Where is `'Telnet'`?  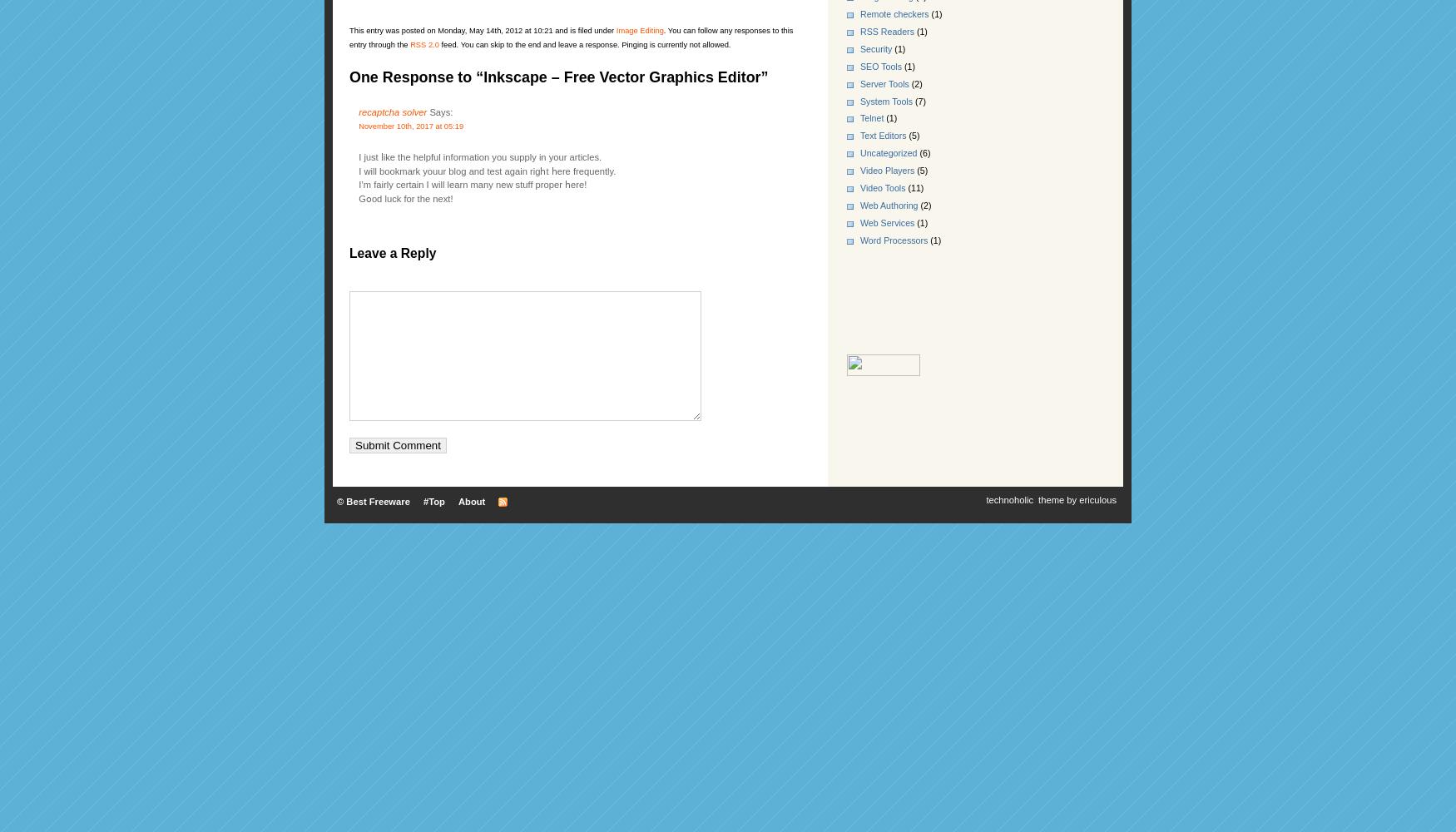 'Telnet' is located at coordinates (871, 118).